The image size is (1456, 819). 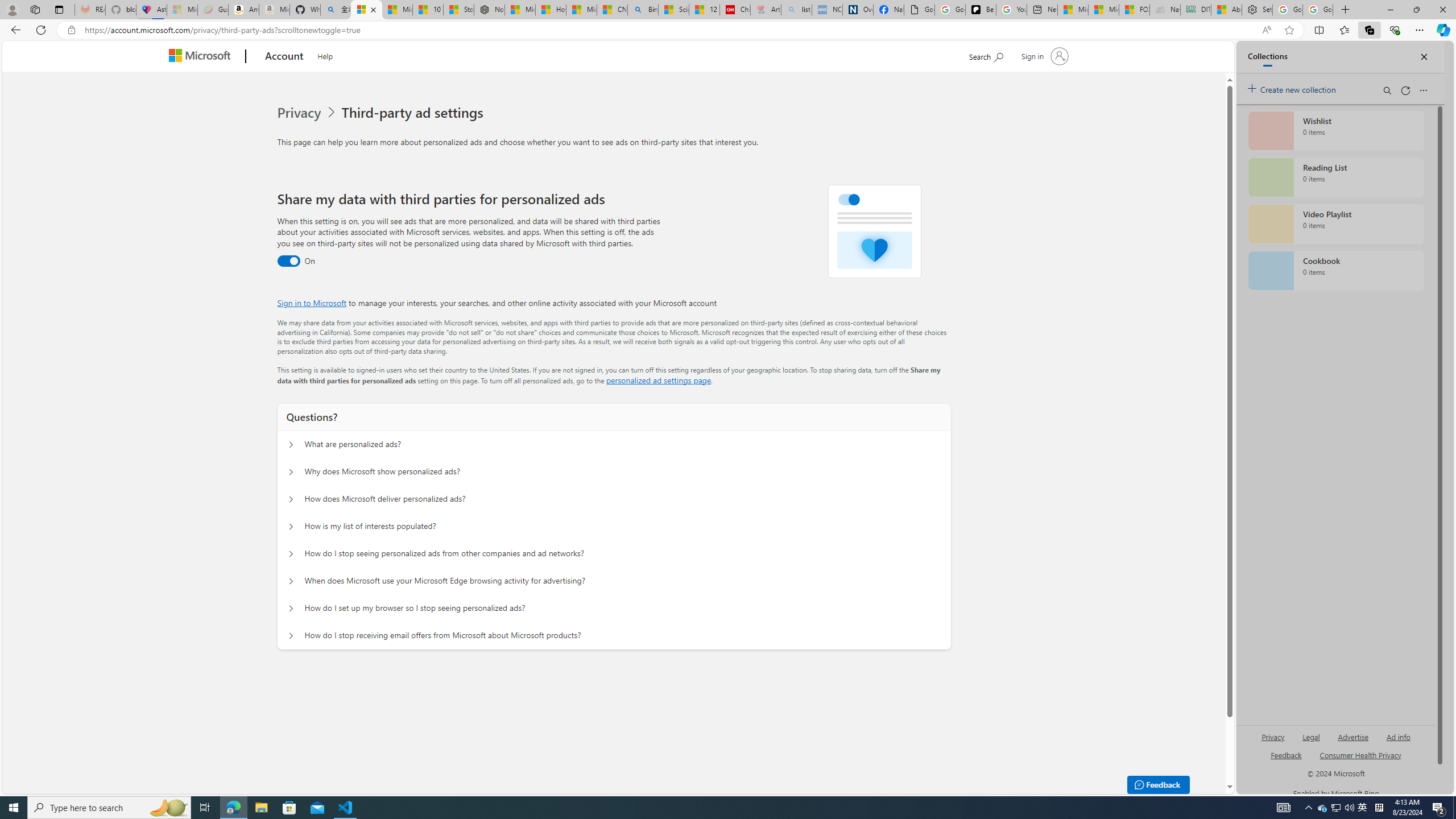 What do you see at coordinates (181, 9) in the screenshot?
I see `'Microsoft-Report a Concern to Bing - Sleeping'` at bounding box center [181, 9].